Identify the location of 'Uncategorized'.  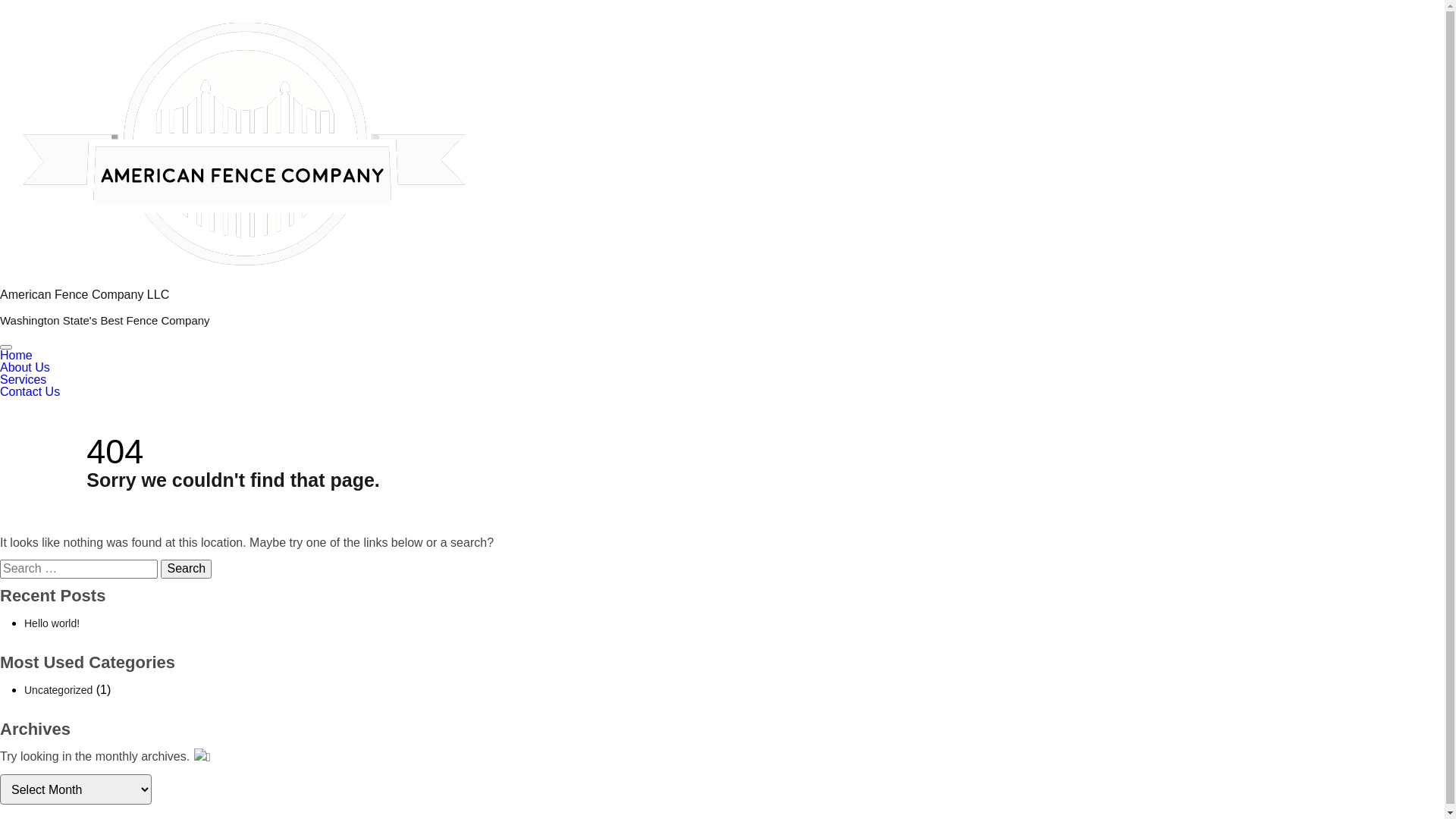
(24, 690).